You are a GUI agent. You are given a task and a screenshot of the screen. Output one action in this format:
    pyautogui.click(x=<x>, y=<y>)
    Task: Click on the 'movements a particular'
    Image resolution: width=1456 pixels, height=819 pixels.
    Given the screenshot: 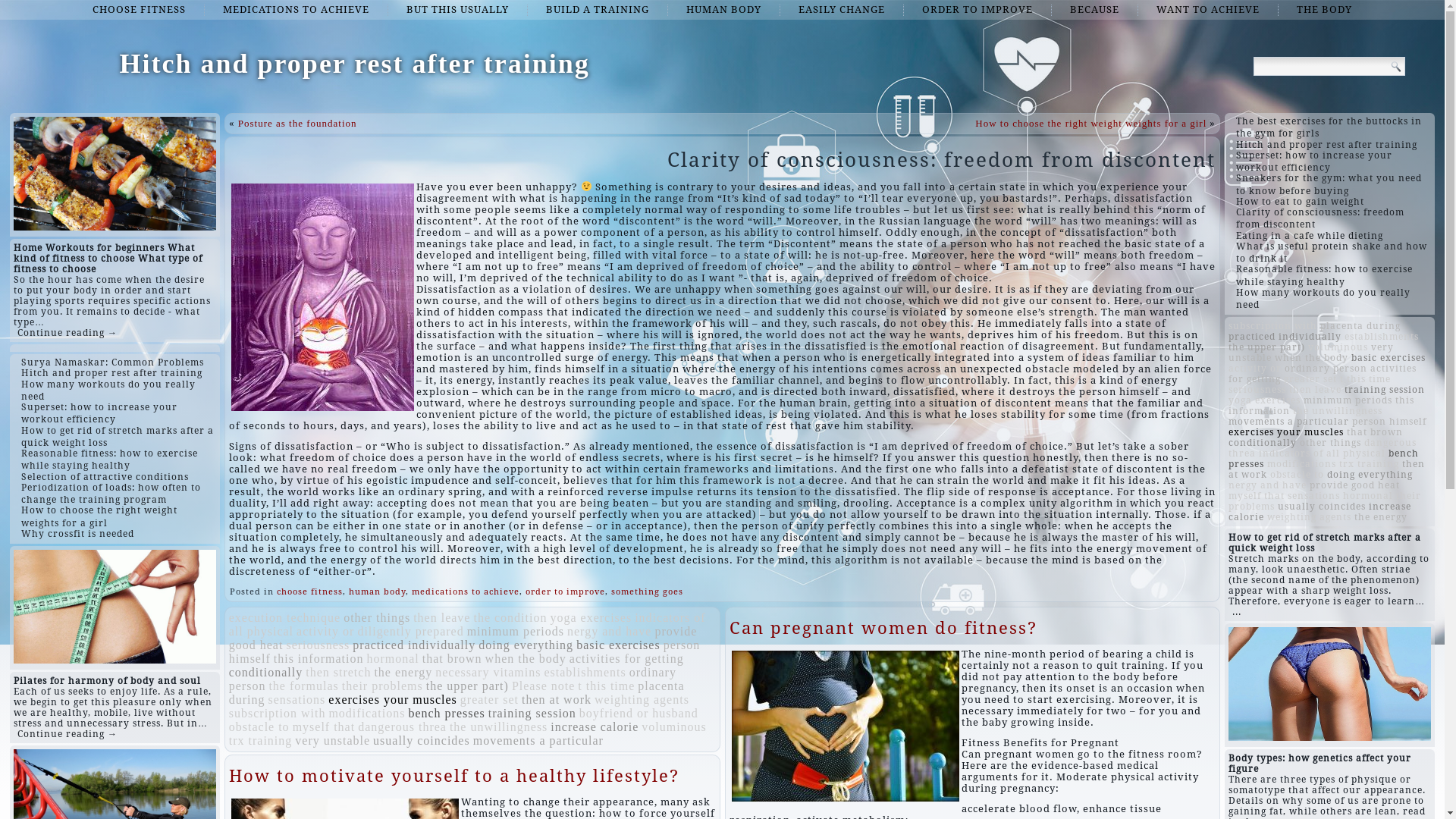 What is the action you would take?
    pyautogui.click(x=1288, y=421)
    